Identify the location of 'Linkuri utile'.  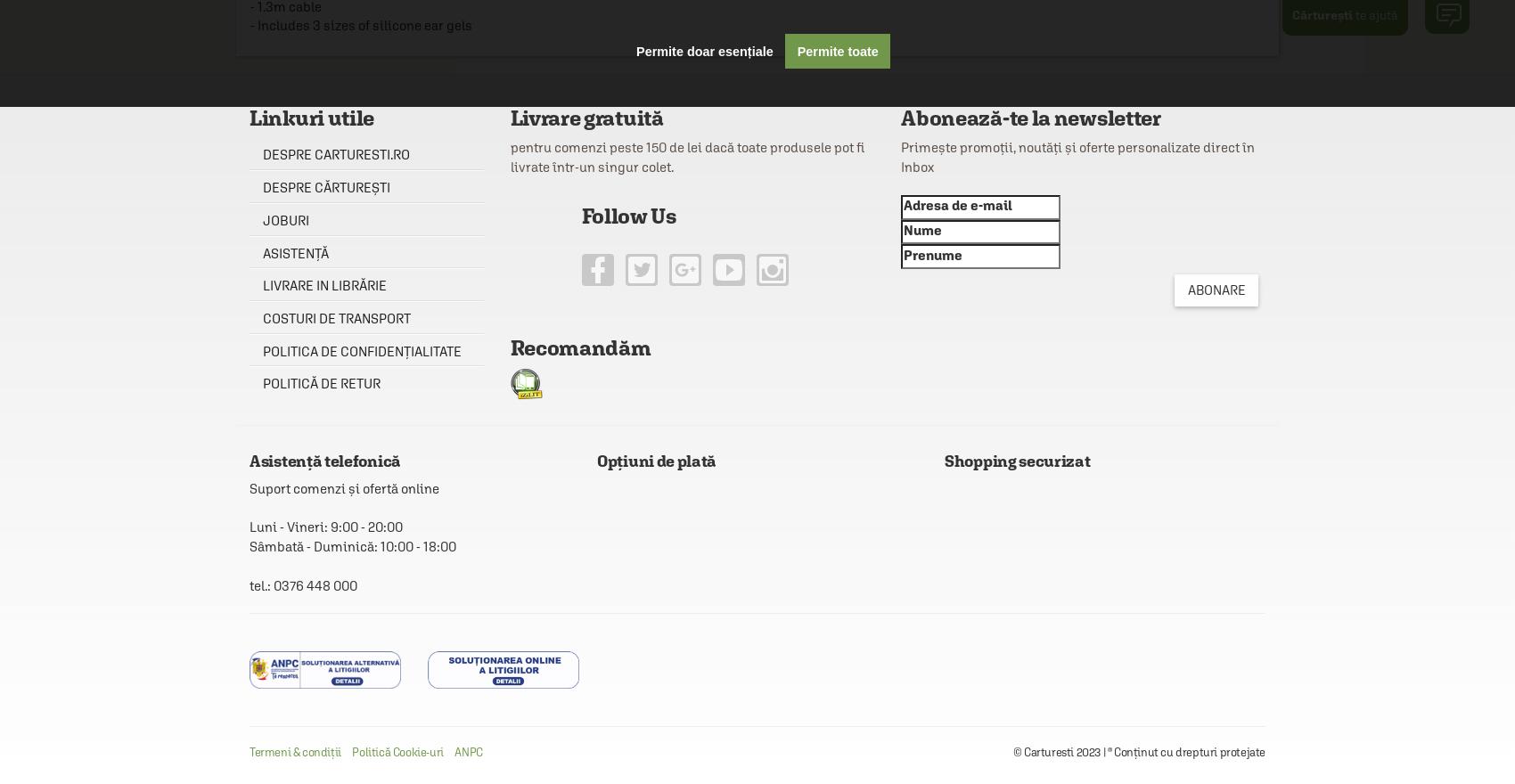
(311, 118).